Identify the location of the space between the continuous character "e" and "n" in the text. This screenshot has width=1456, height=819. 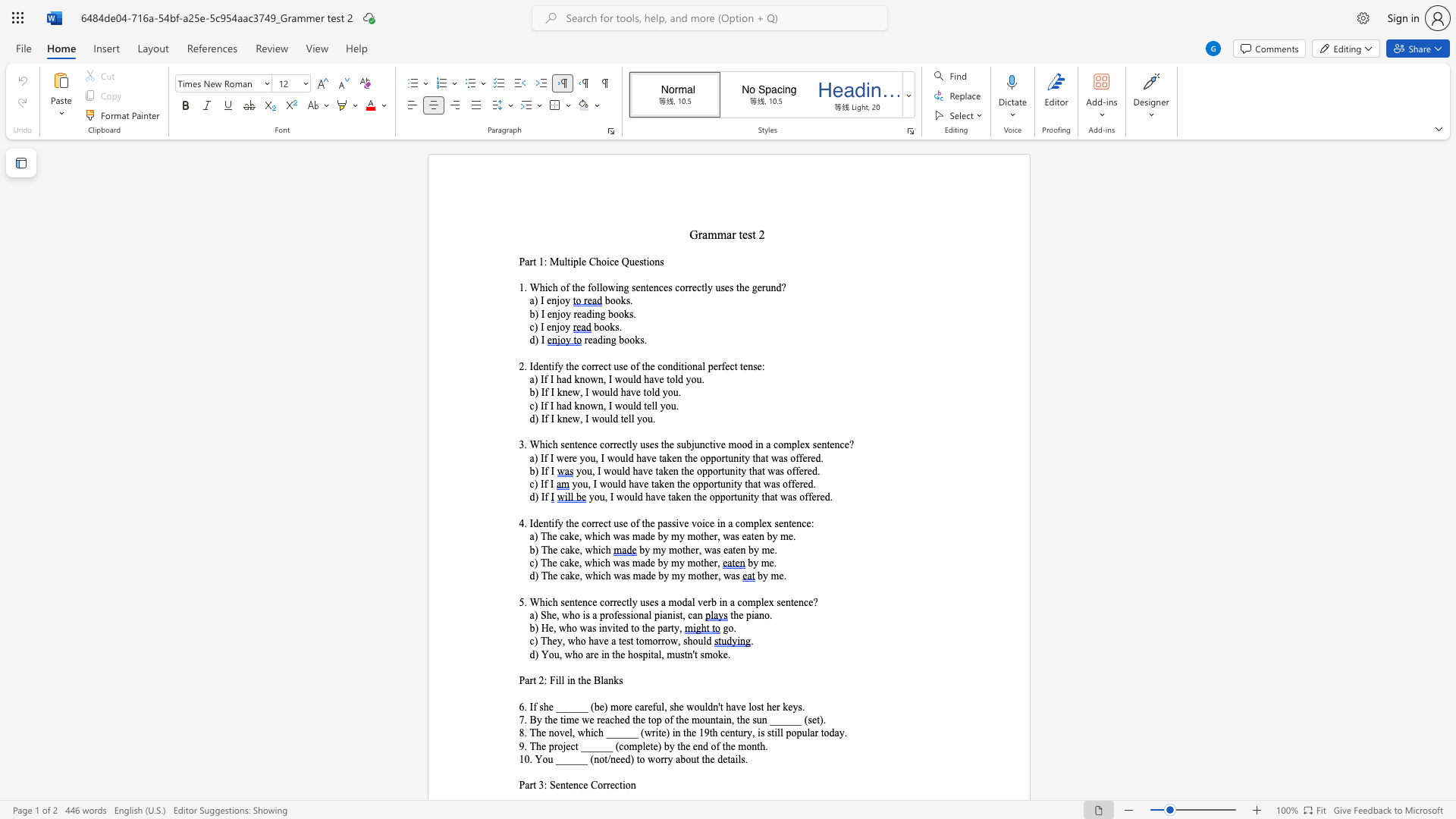
(551, 313).